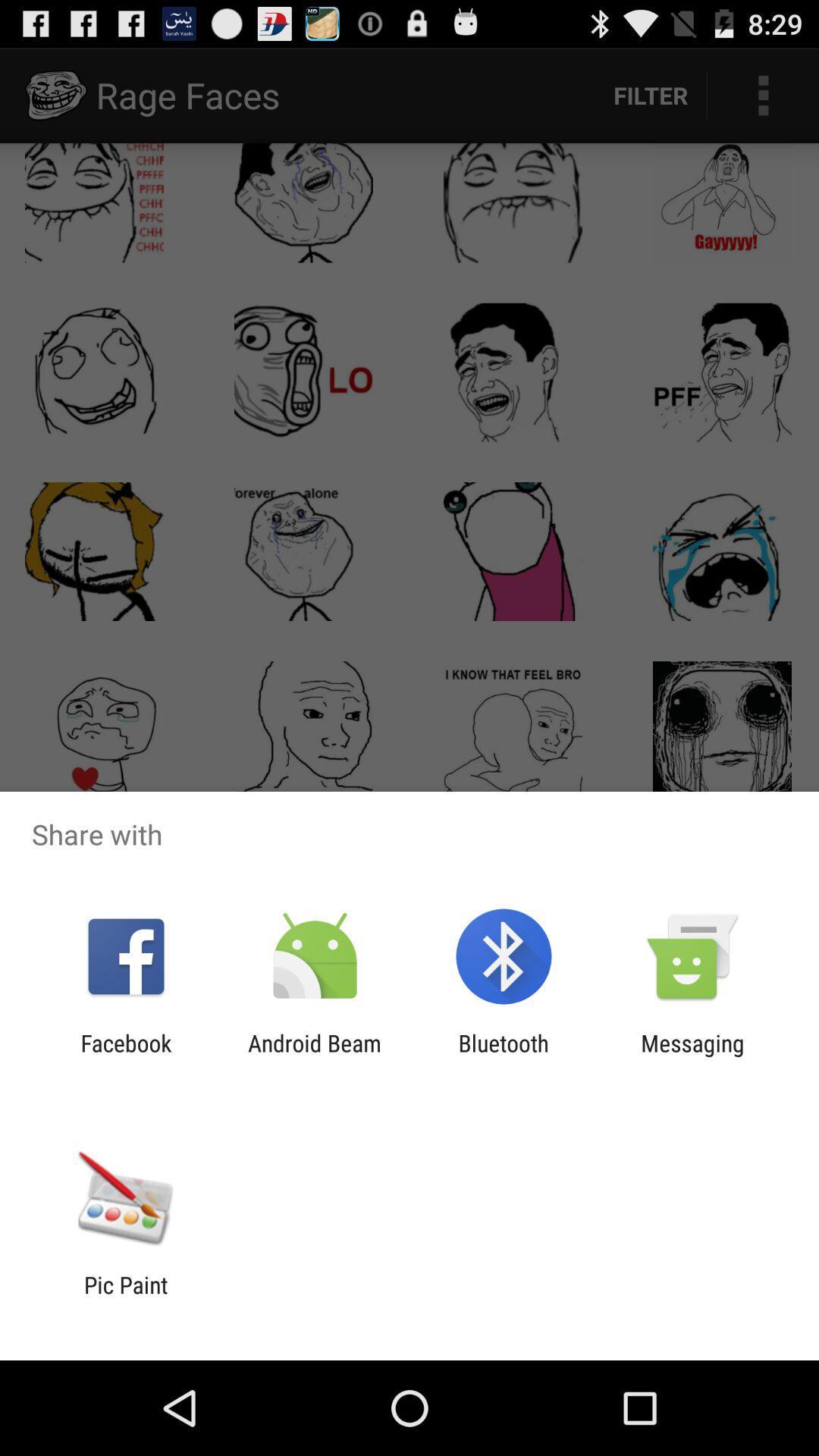 The image size is (819, 1456). Describe the element at coordinates (314, 1056) in the screenshot. I see `android beam app` at that location.